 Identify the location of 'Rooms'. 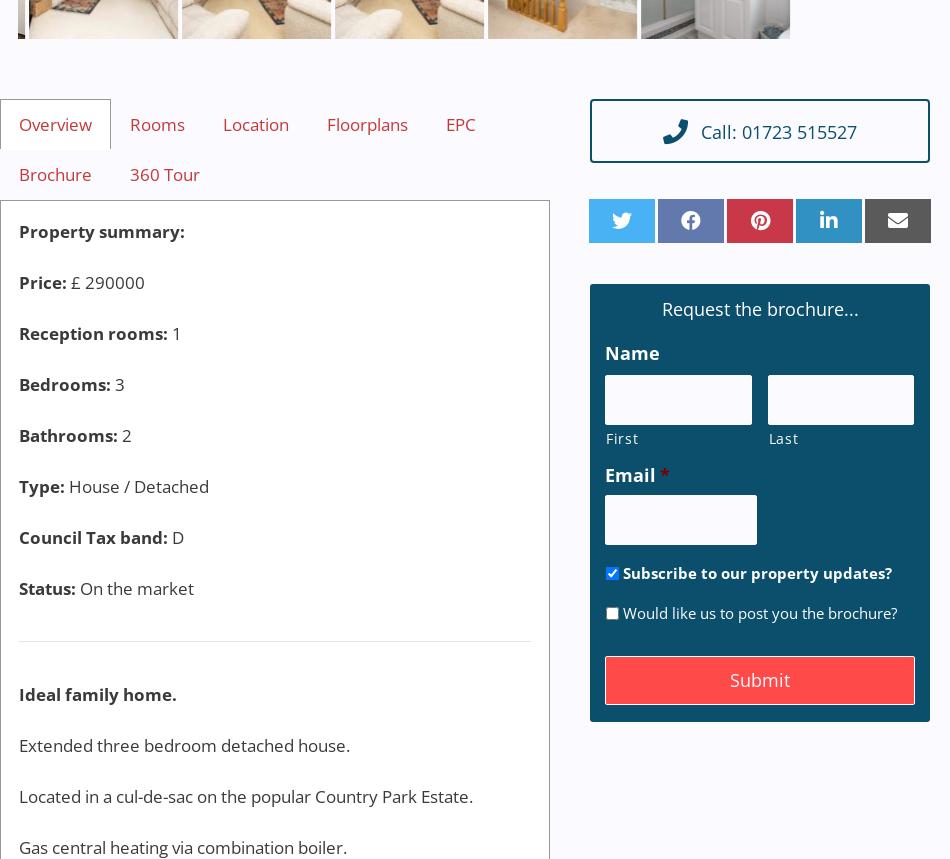
(157, 123).